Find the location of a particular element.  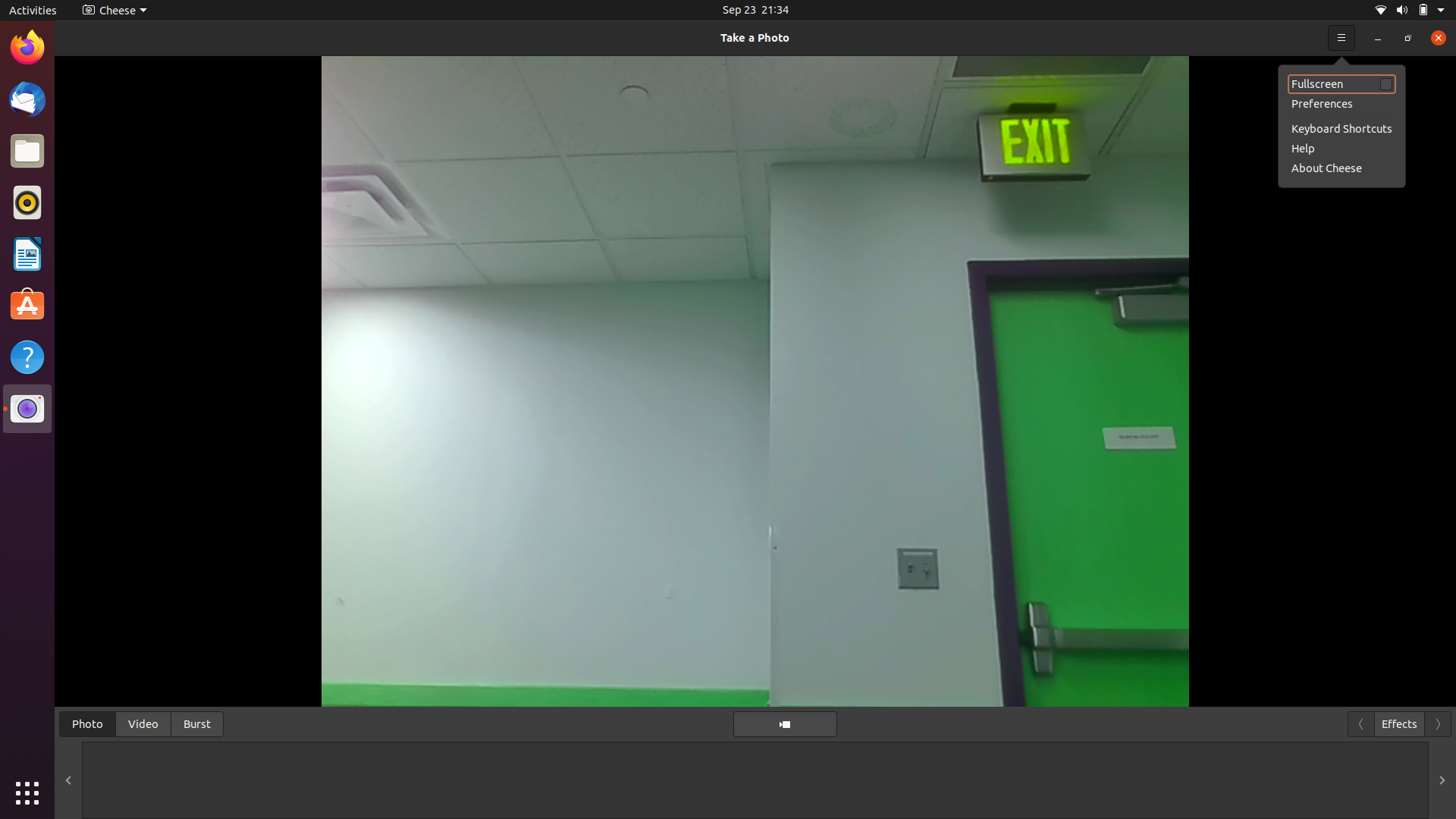

Shut down the camera software interface is located at coordinates (1433, 36).